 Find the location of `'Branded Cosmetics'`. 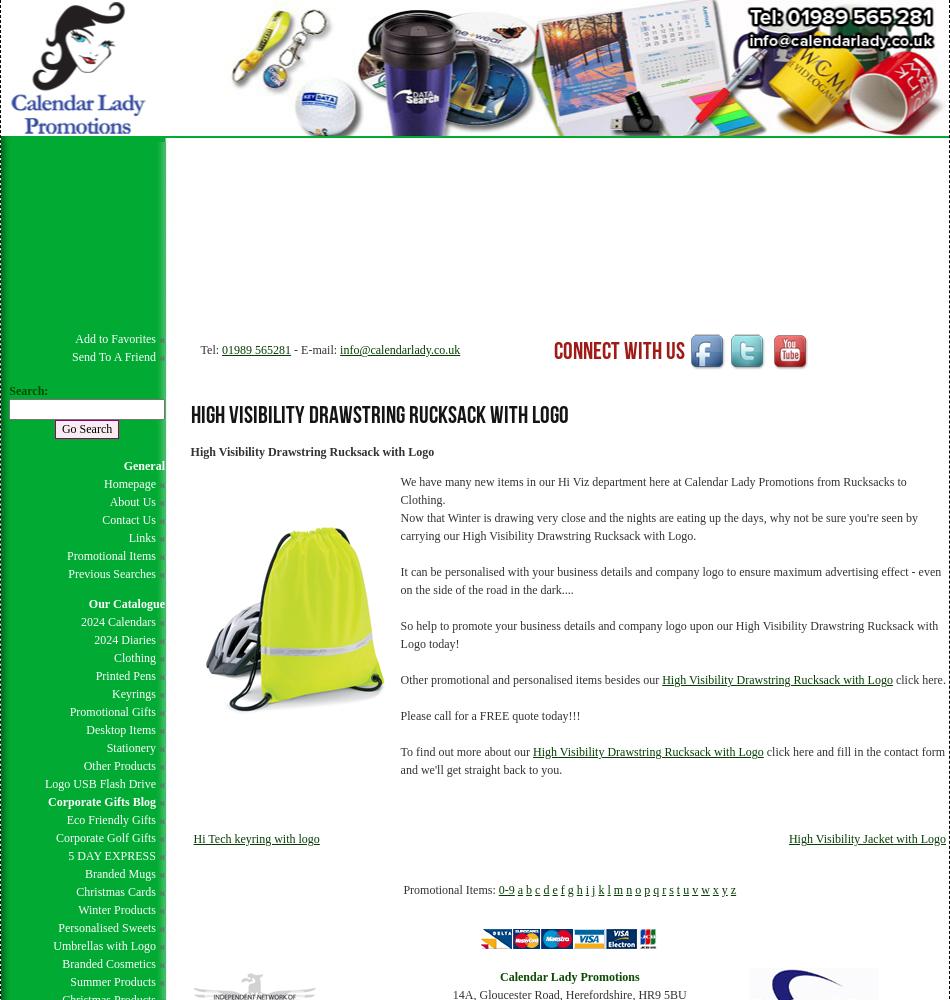

'Branded Cosmetics' is located at coordinates (108, 963).